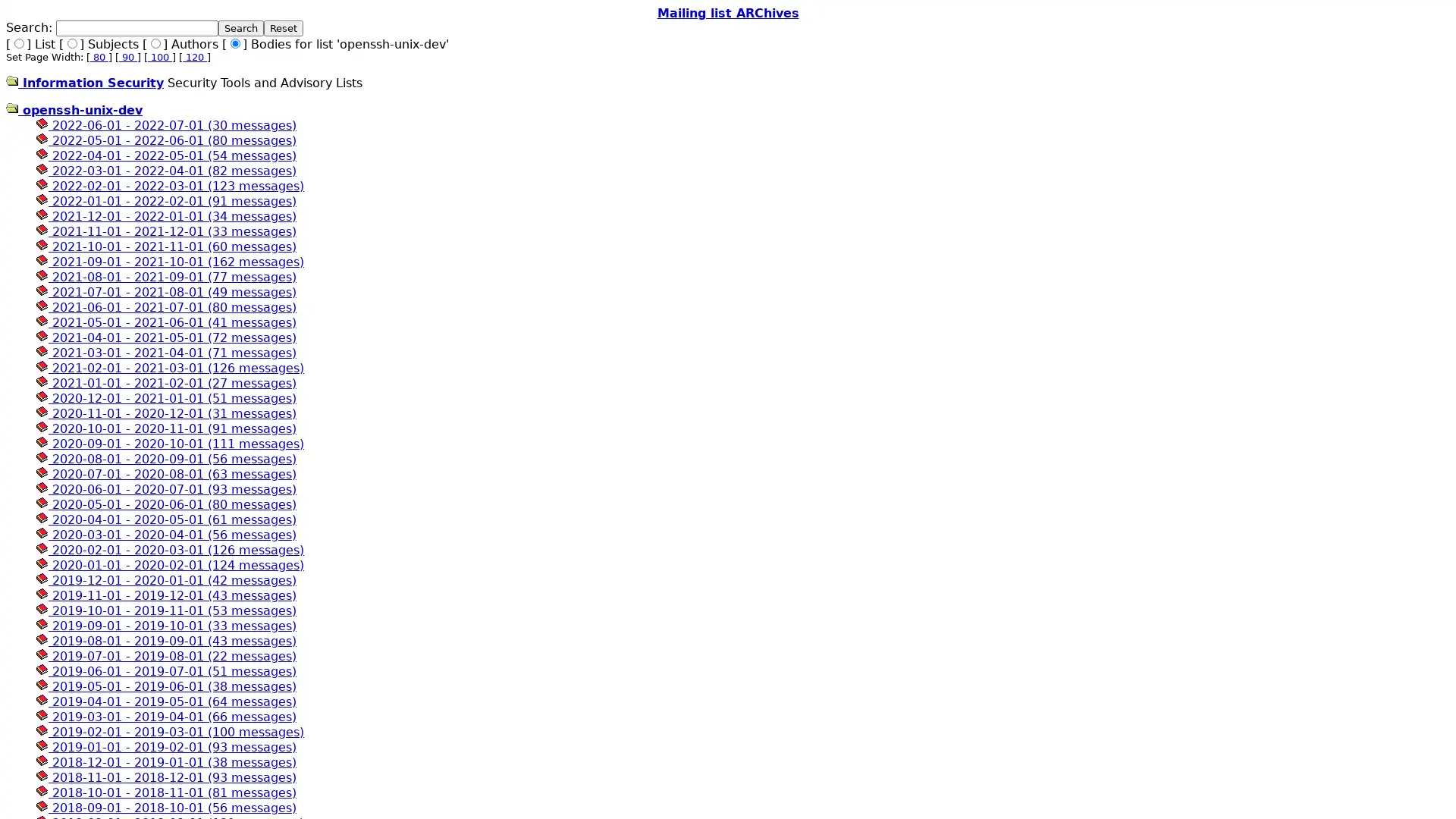  I want to click on Search, so click(240, 28).